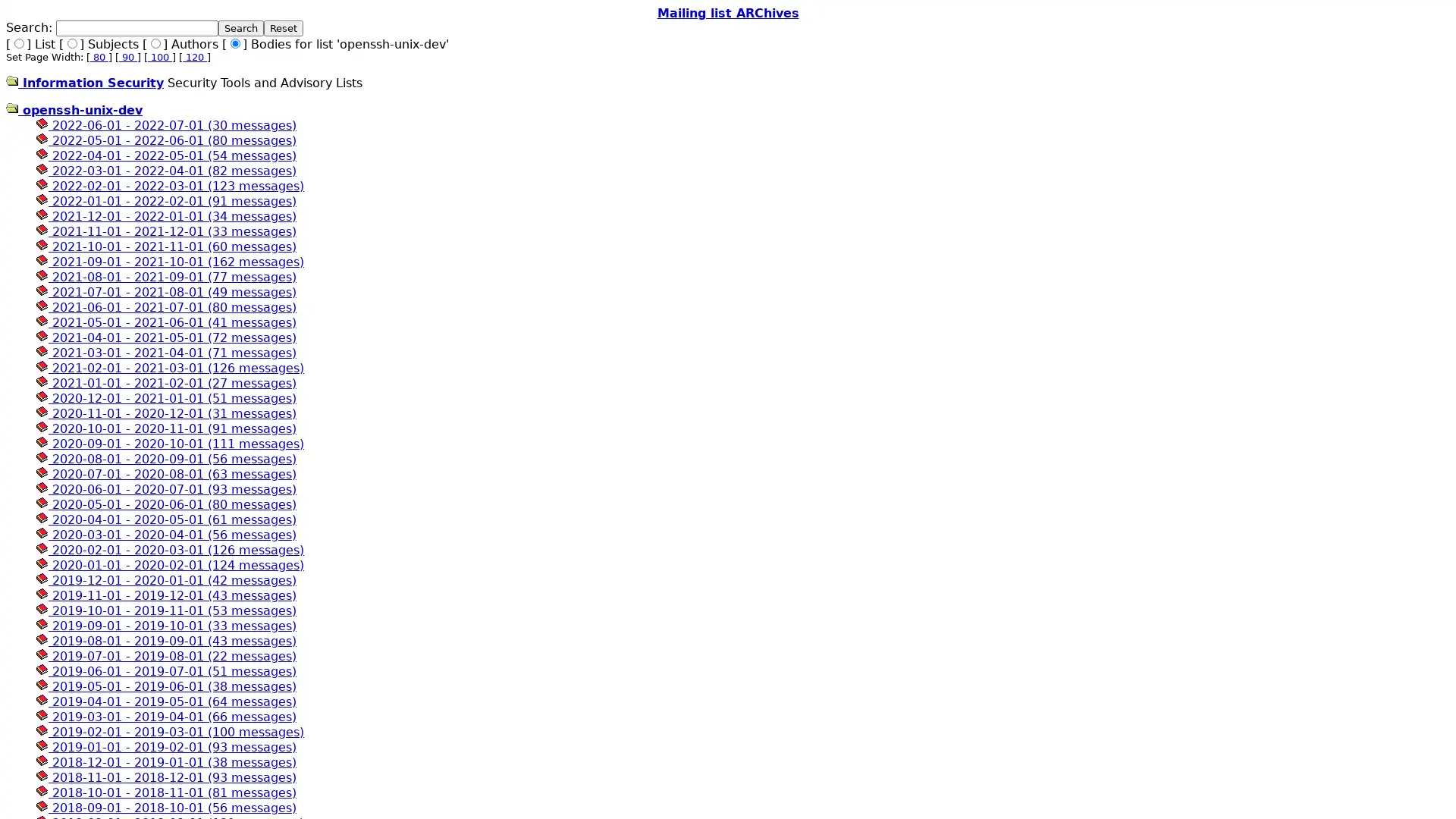  I want to click on Search, so click(240, 28).